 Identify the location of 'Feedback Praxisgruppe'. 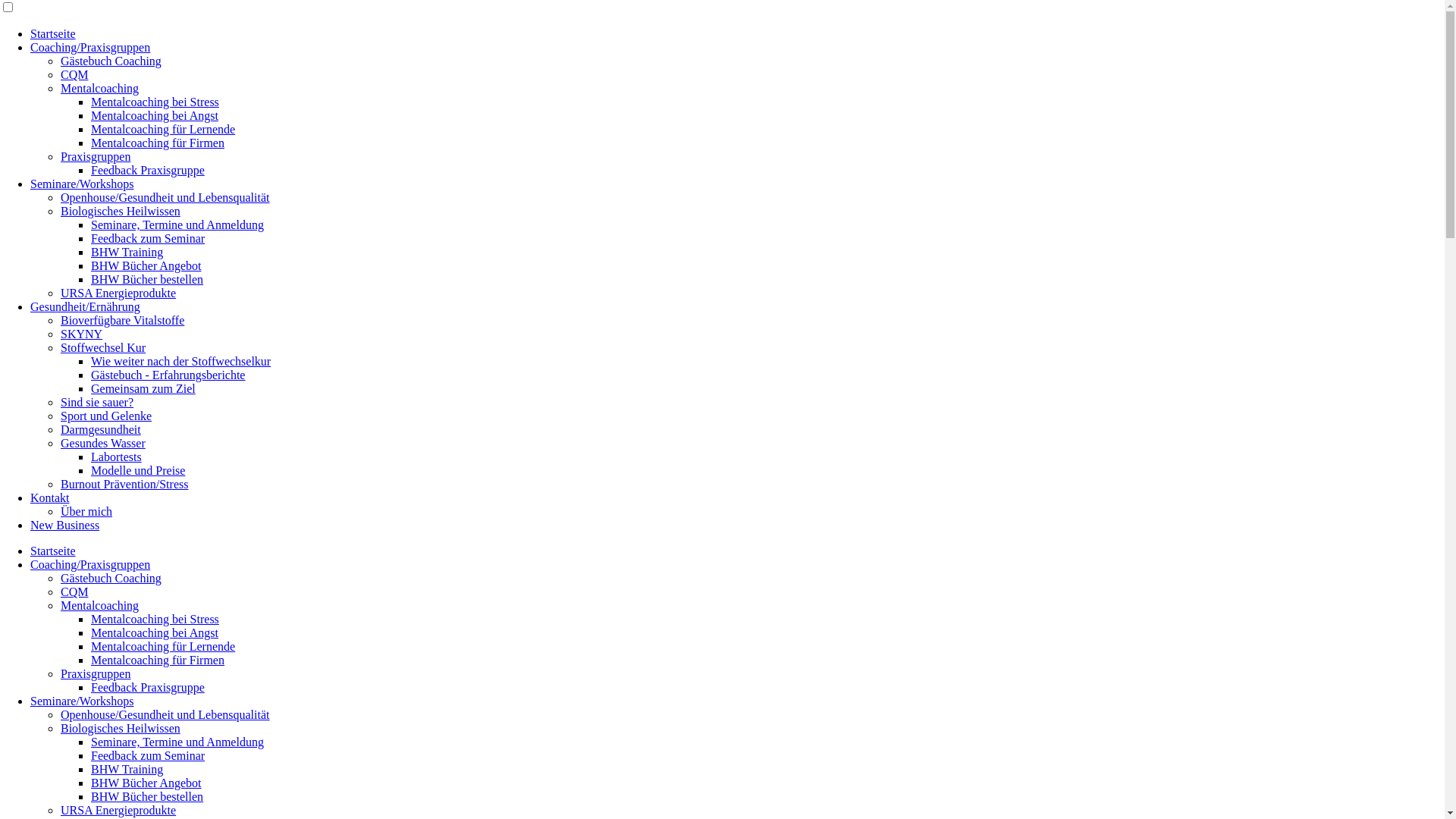
(90, 170).